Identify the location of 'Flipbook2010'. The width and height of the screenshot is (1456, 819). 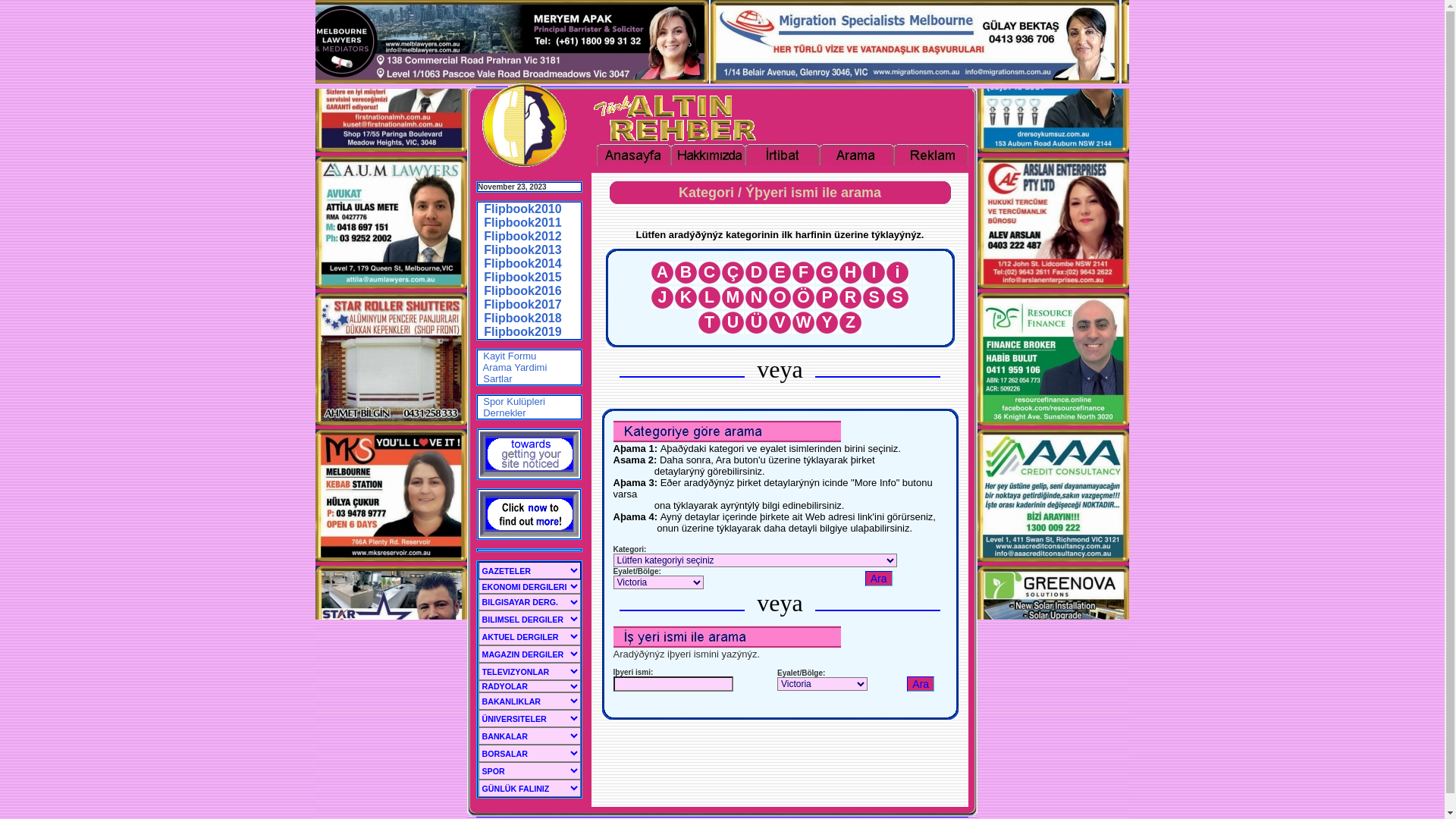
(522, 209).